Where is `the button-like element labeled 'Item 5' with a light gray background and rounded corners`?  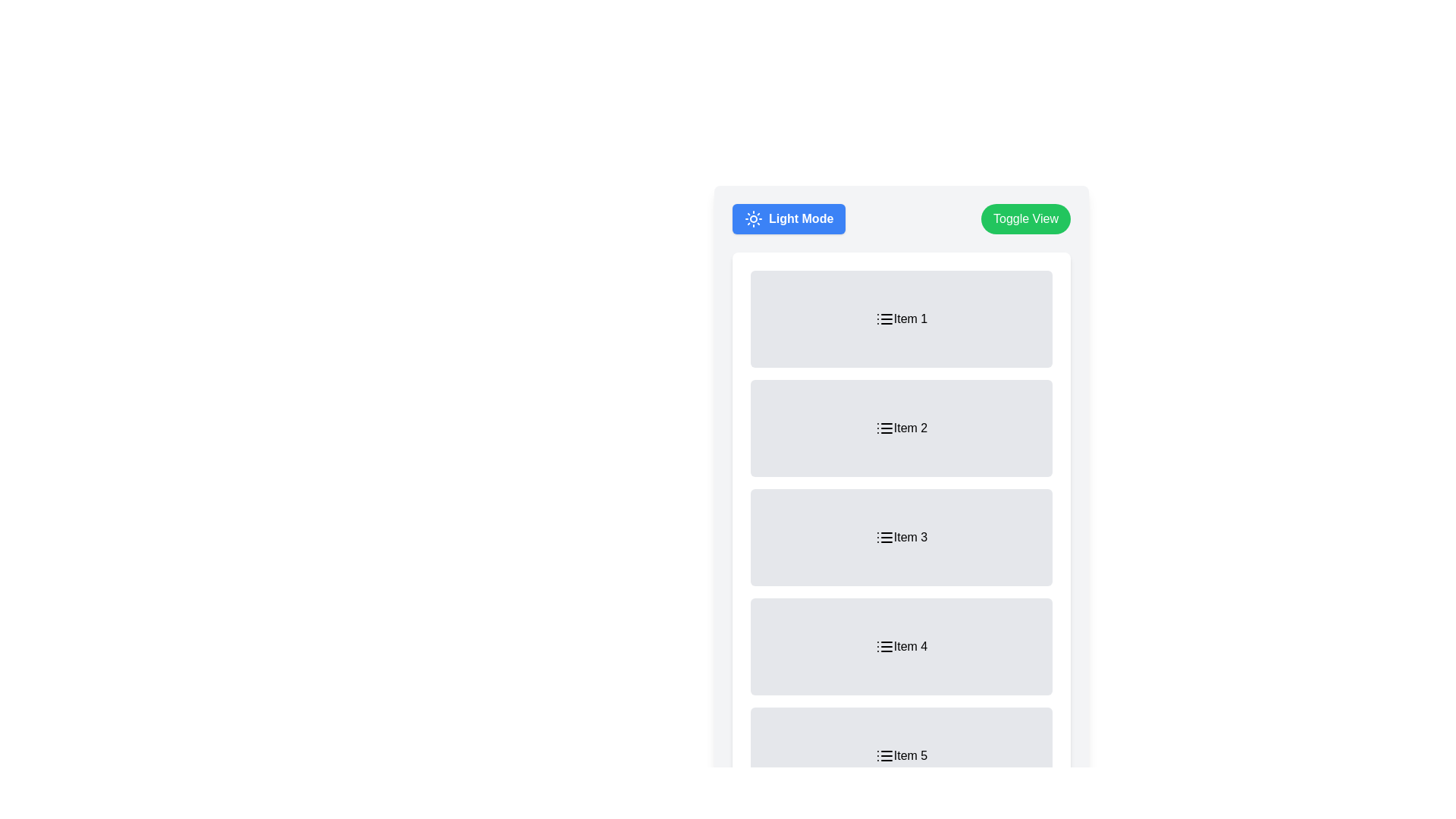 the button-like element labeled 'Item 5' with a light gray background and rounded corners is located at coordinates (902, 755).